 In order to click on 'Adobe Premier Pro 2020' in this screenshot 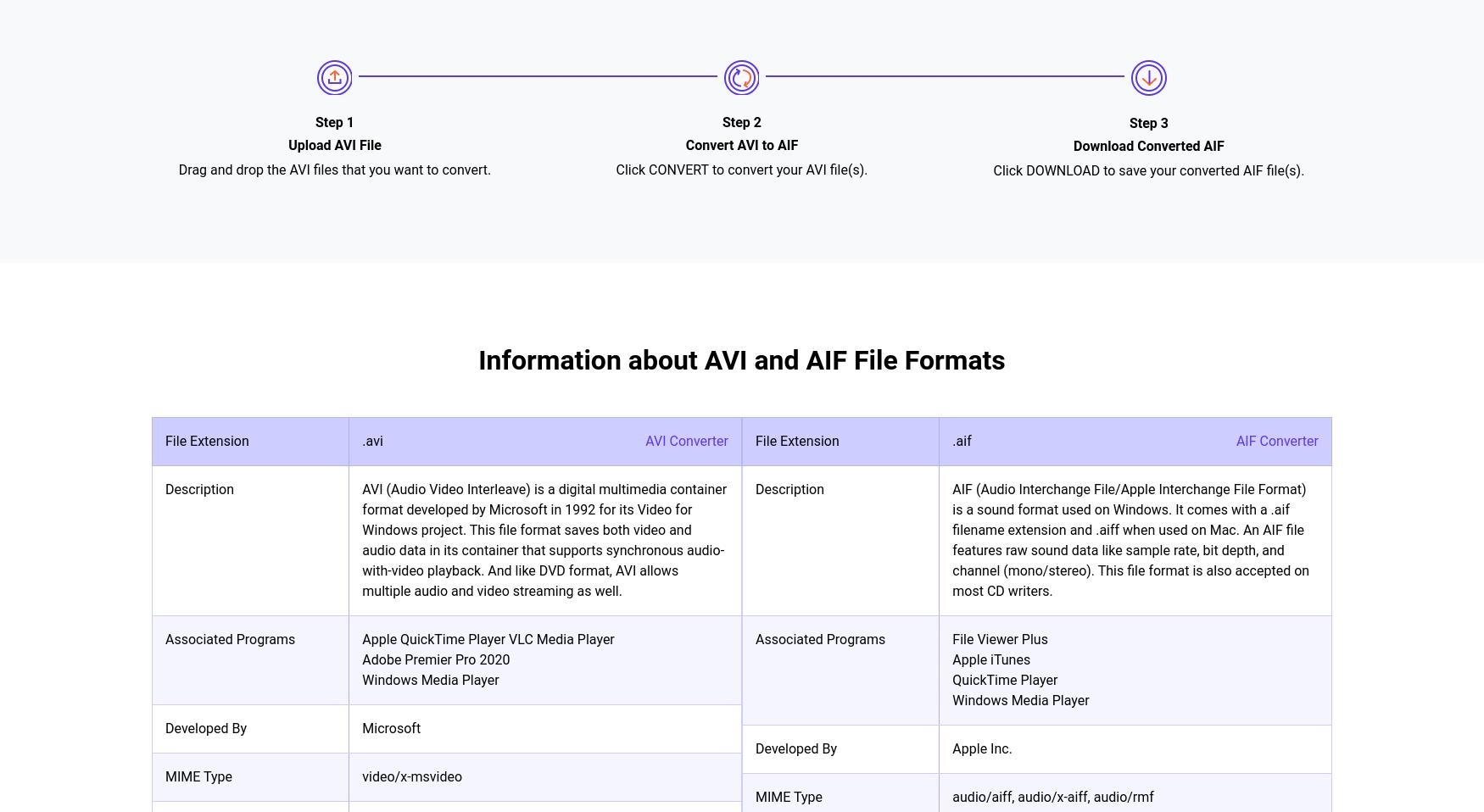, I will do `click(434, 659)`.